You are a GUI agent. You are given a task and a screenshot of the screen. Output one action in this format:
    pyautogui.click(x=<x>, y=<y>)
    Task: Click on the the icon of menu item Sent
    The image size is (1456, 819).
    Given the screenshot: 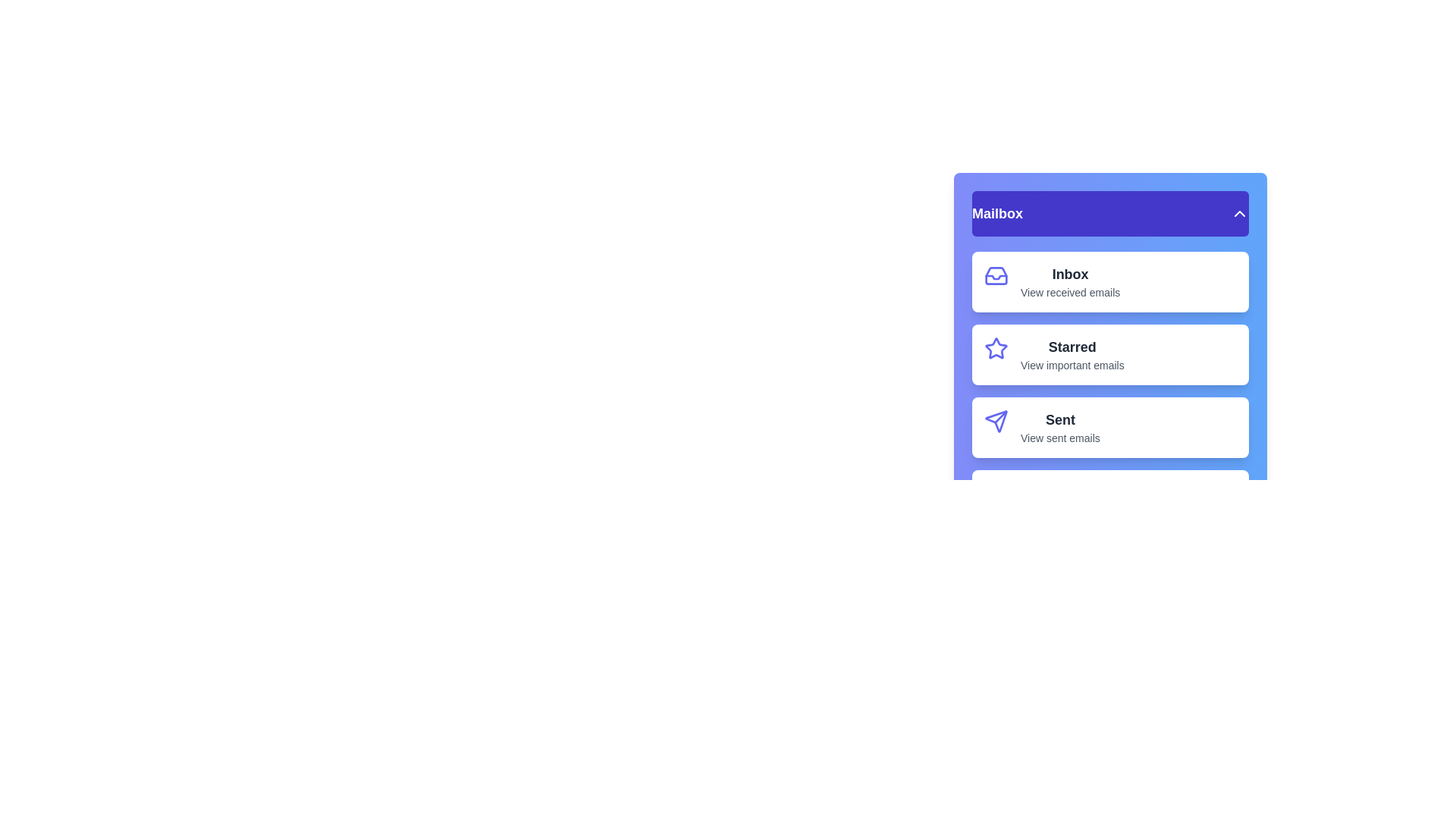 What is the action you would take?
    pyautogui.click(x=996, y=421)
    